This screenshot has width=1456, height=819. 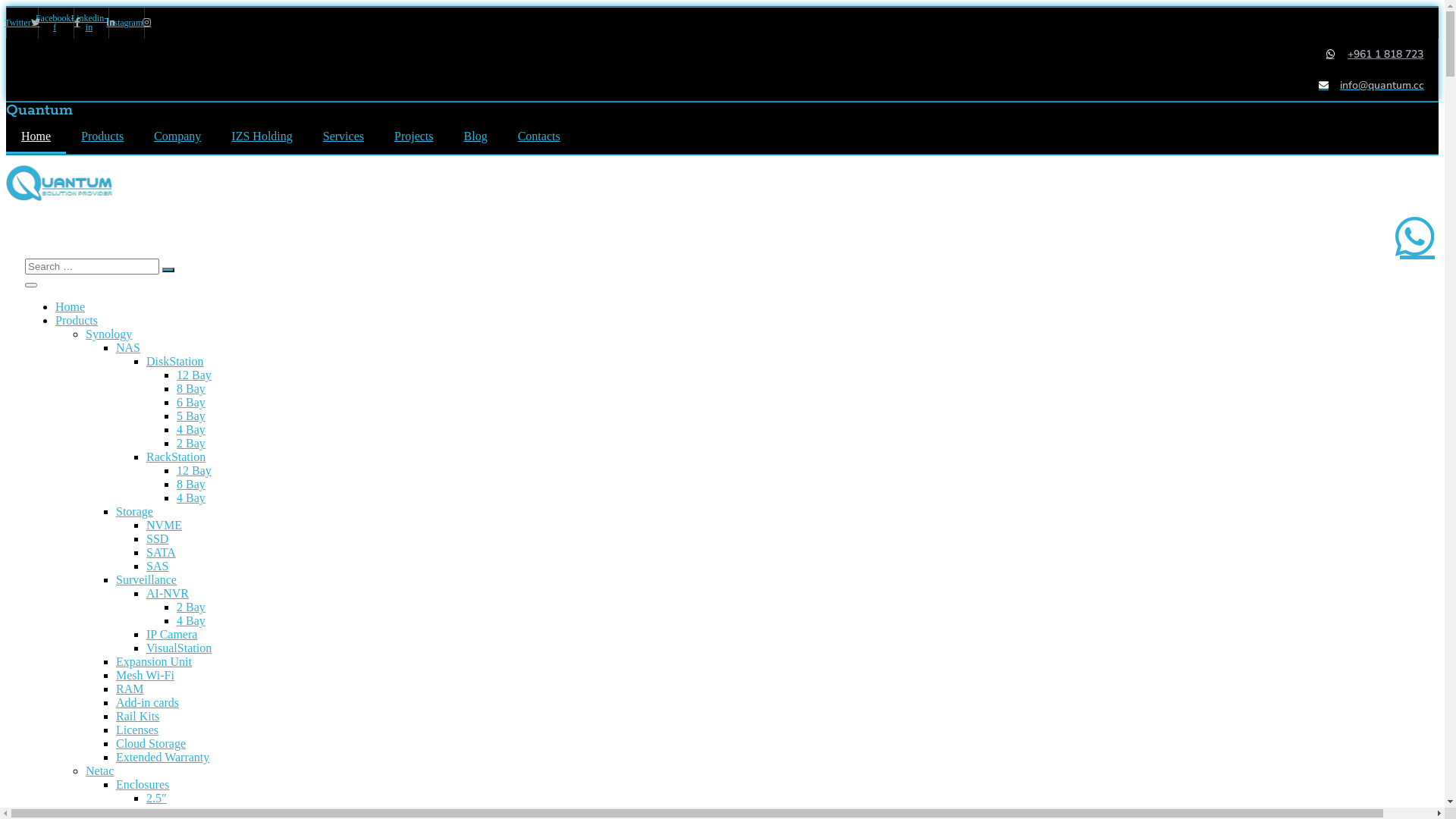 What do you see at coordinates (146, 524) in the screenshot?
I see `'NVME'` at bounding box center [146, 524].